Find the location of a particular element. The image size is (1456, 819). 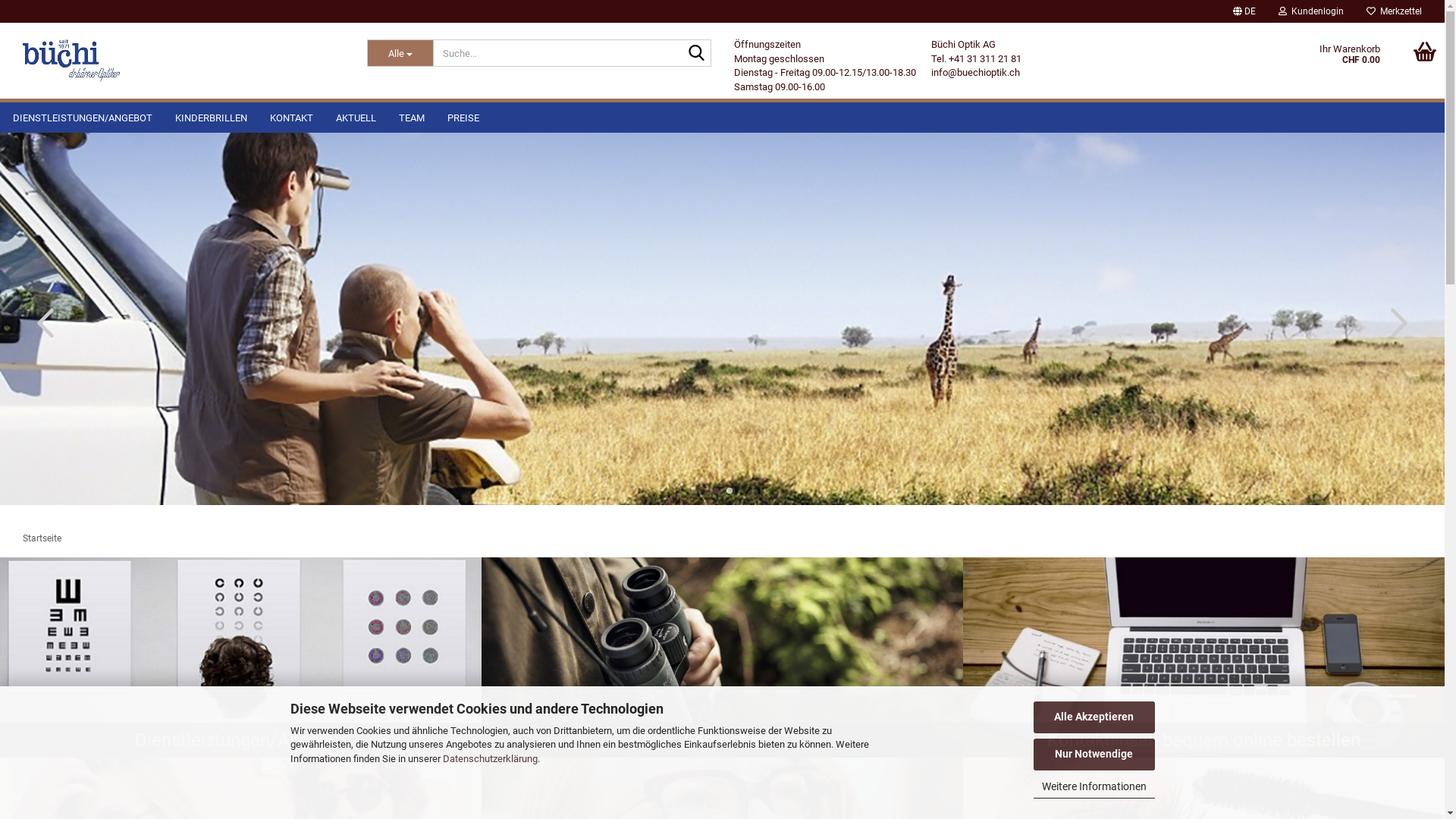

'Weitere Informationen' is located at coordinates (1093, 786).